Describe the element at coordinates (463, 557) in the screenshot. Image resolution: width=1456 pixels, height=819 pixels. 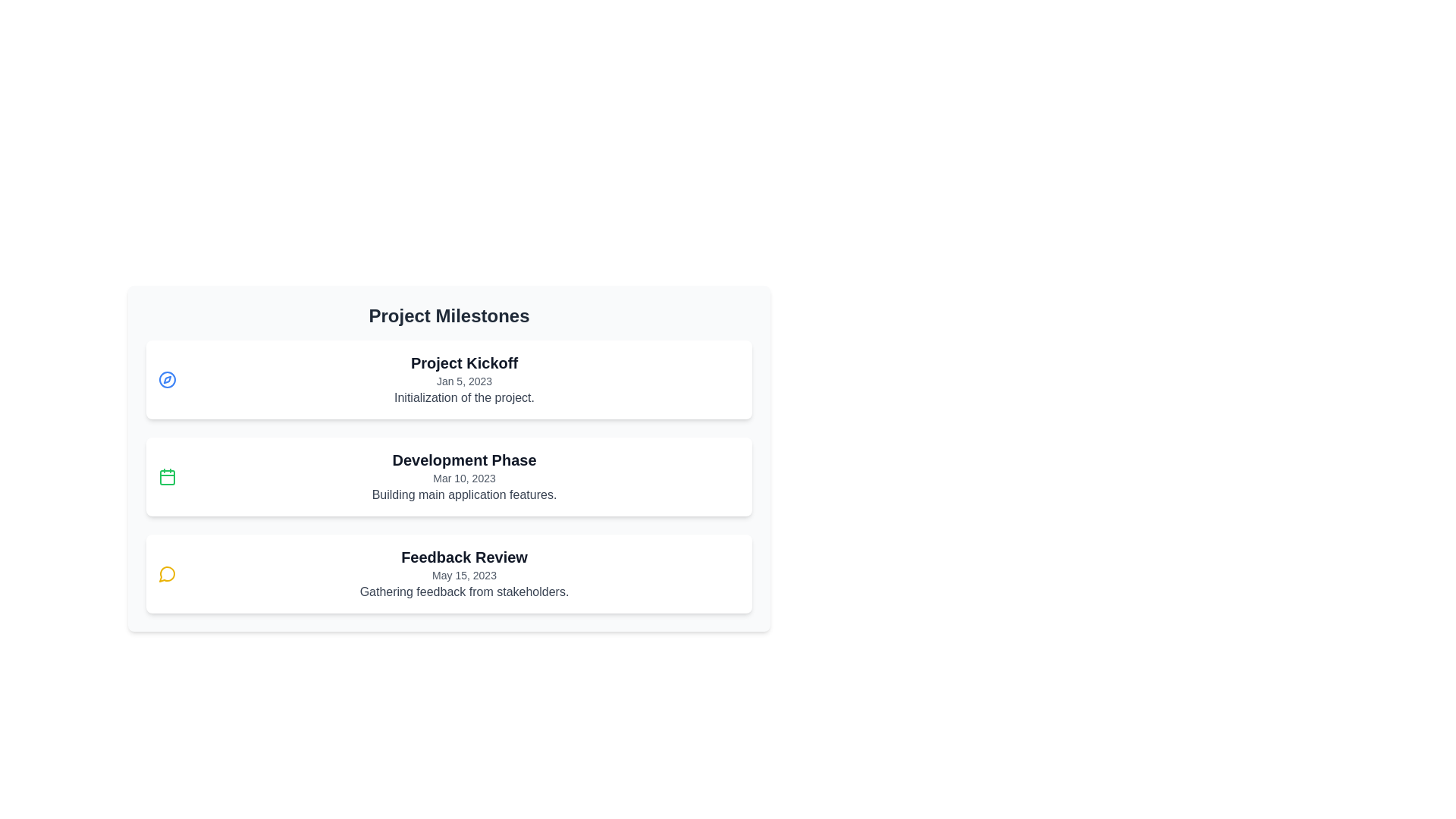
I see `the 'Feedback Review' text label, which is styled as a bold and large font title within the Project Milestones section` at that location.